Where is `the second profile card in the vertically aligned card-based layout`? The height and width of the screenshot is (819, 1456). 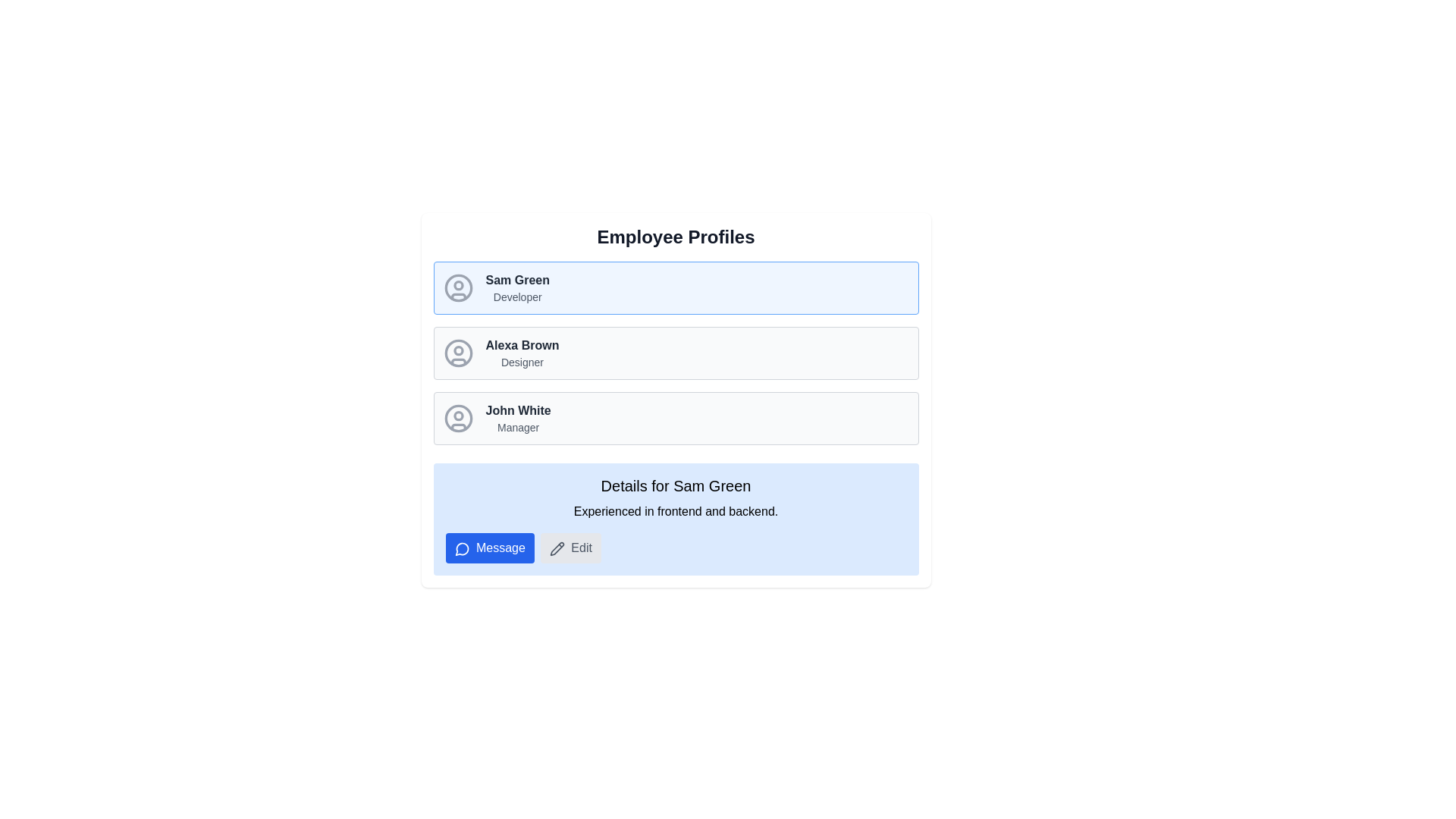 the second profile card in the vertically aligned card-based layout is located at coordinates (675, 353).